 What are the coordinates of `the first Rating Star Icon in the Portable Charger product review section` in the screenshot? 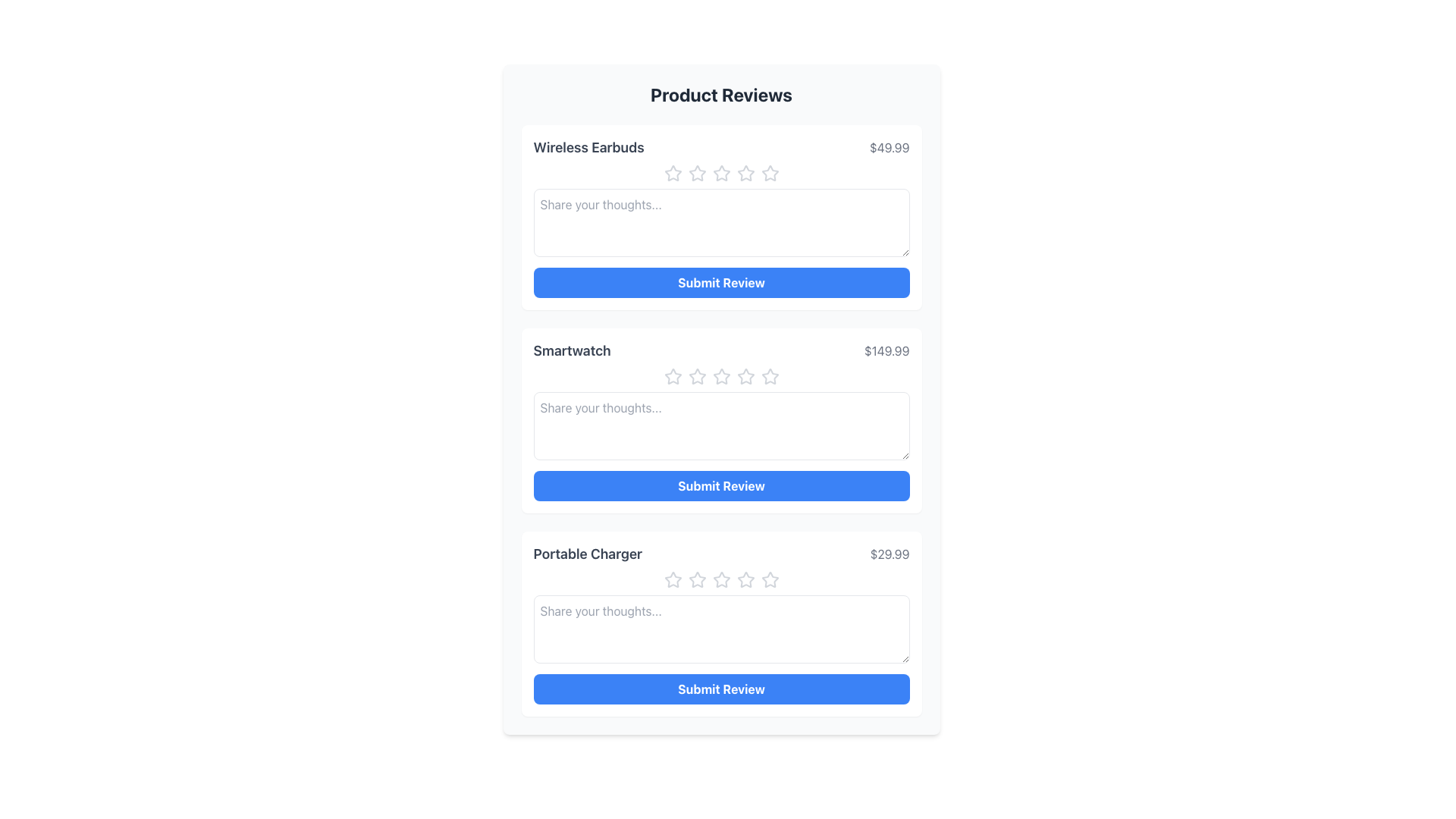 It's located at (672, 579).